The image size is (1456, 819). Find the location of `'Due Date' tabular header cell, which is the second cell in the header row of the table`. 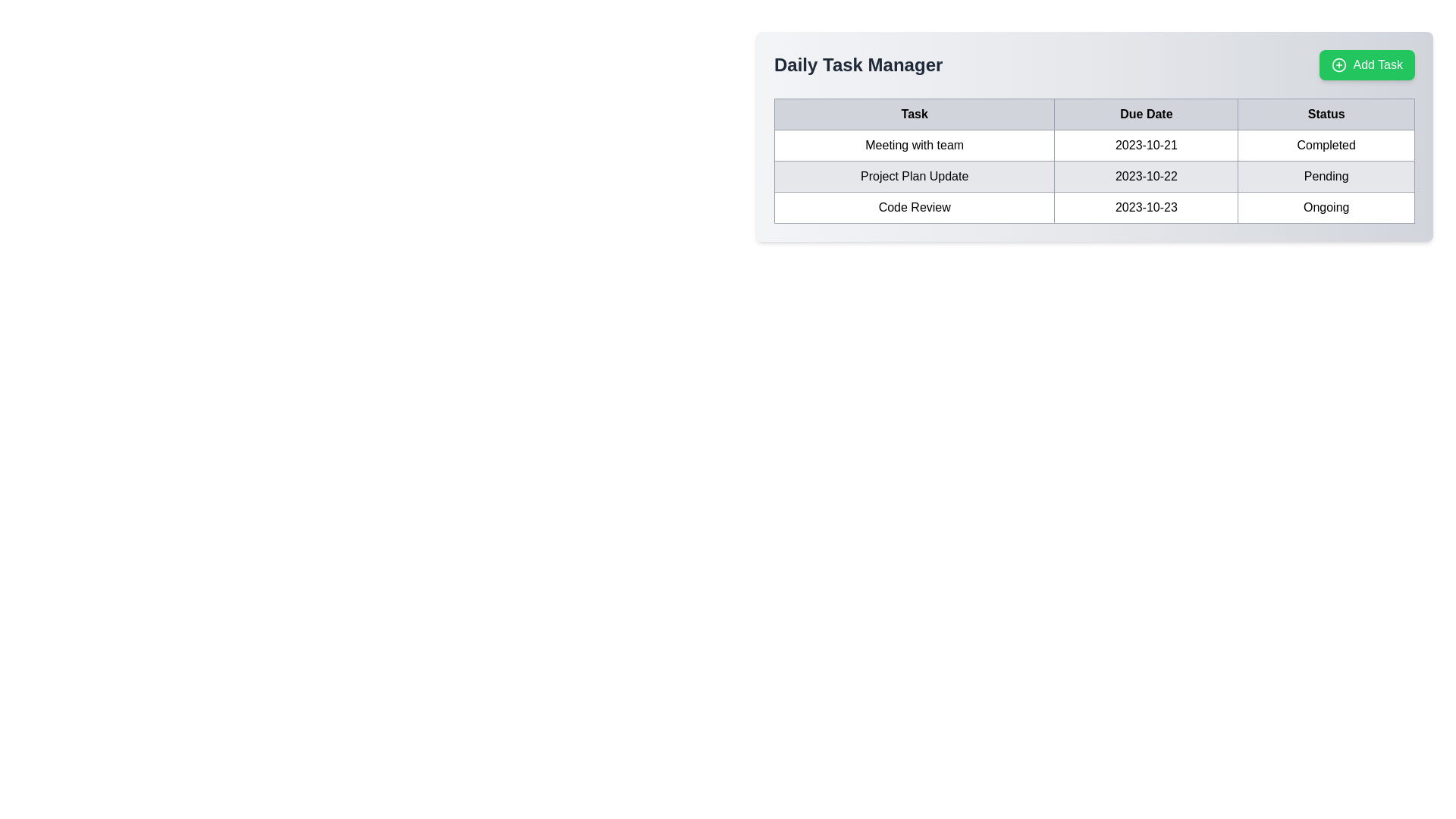

'Due Date' tabular header cell, which is the second cell in the header row of the table is located at coordinates (1146, 113).